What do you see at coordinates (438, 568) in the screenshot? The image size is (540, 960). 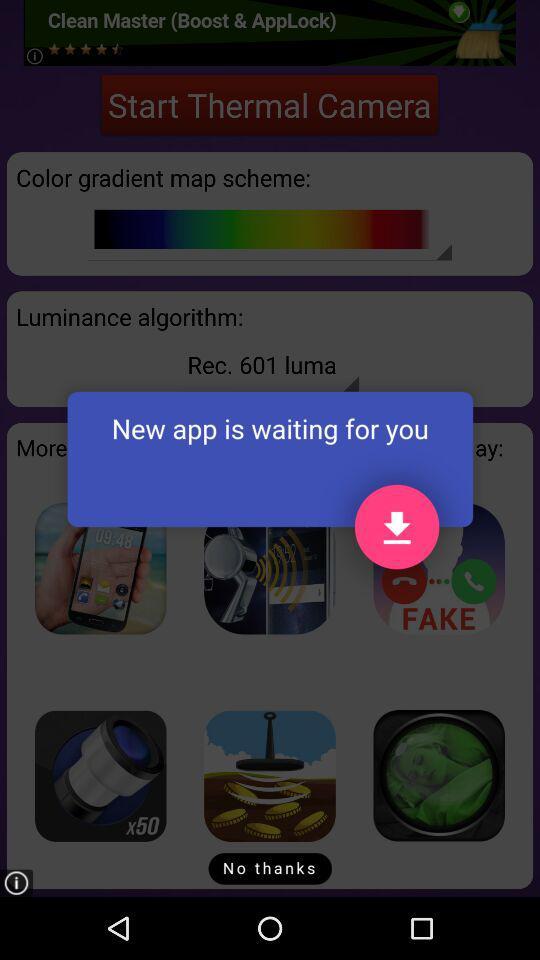 I see `download app` at bounding box center [438, 568].